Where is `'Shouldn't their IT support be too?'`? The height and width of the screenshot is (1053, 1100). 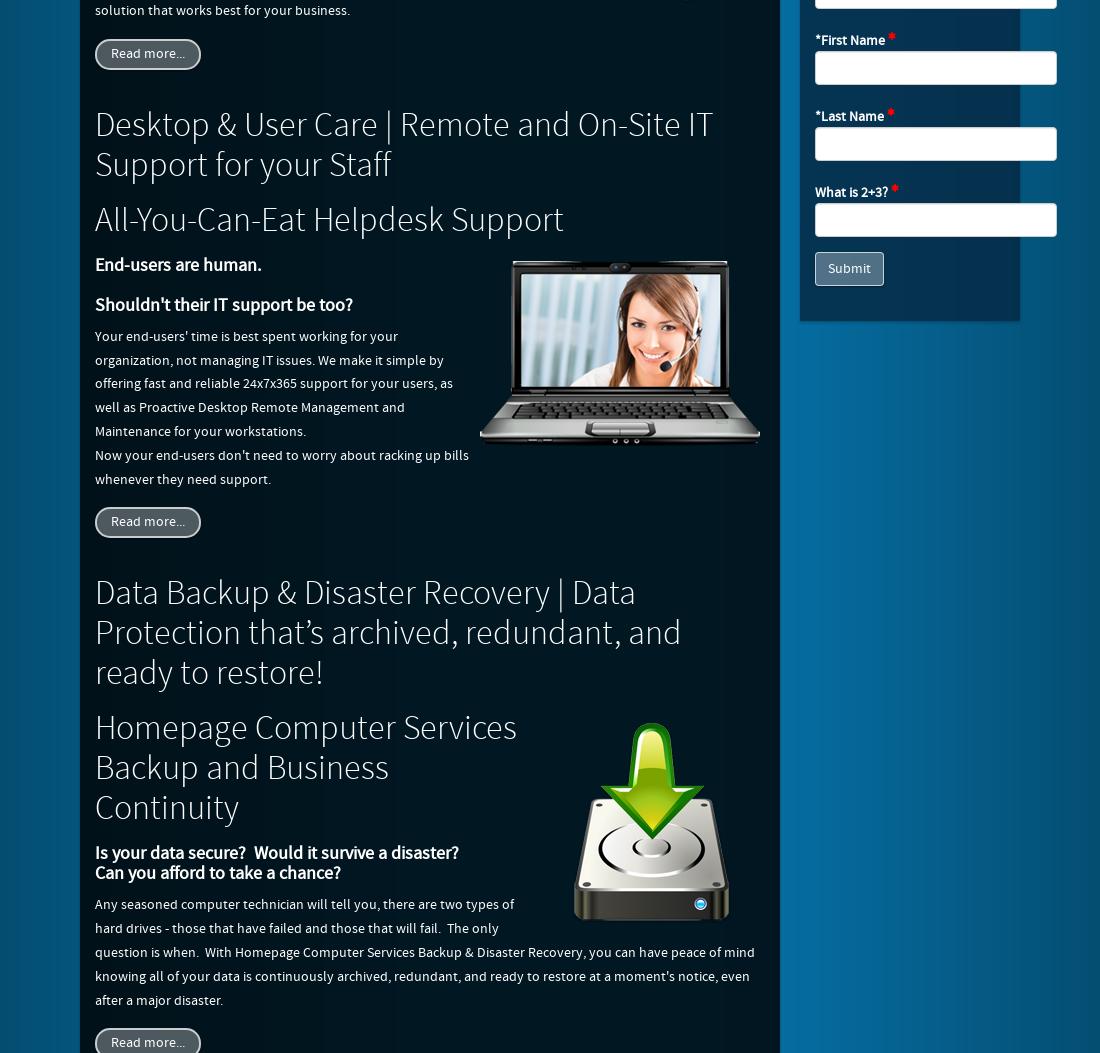
'Shouldn't their IT support be too?' is located at coordinates (95, 304).